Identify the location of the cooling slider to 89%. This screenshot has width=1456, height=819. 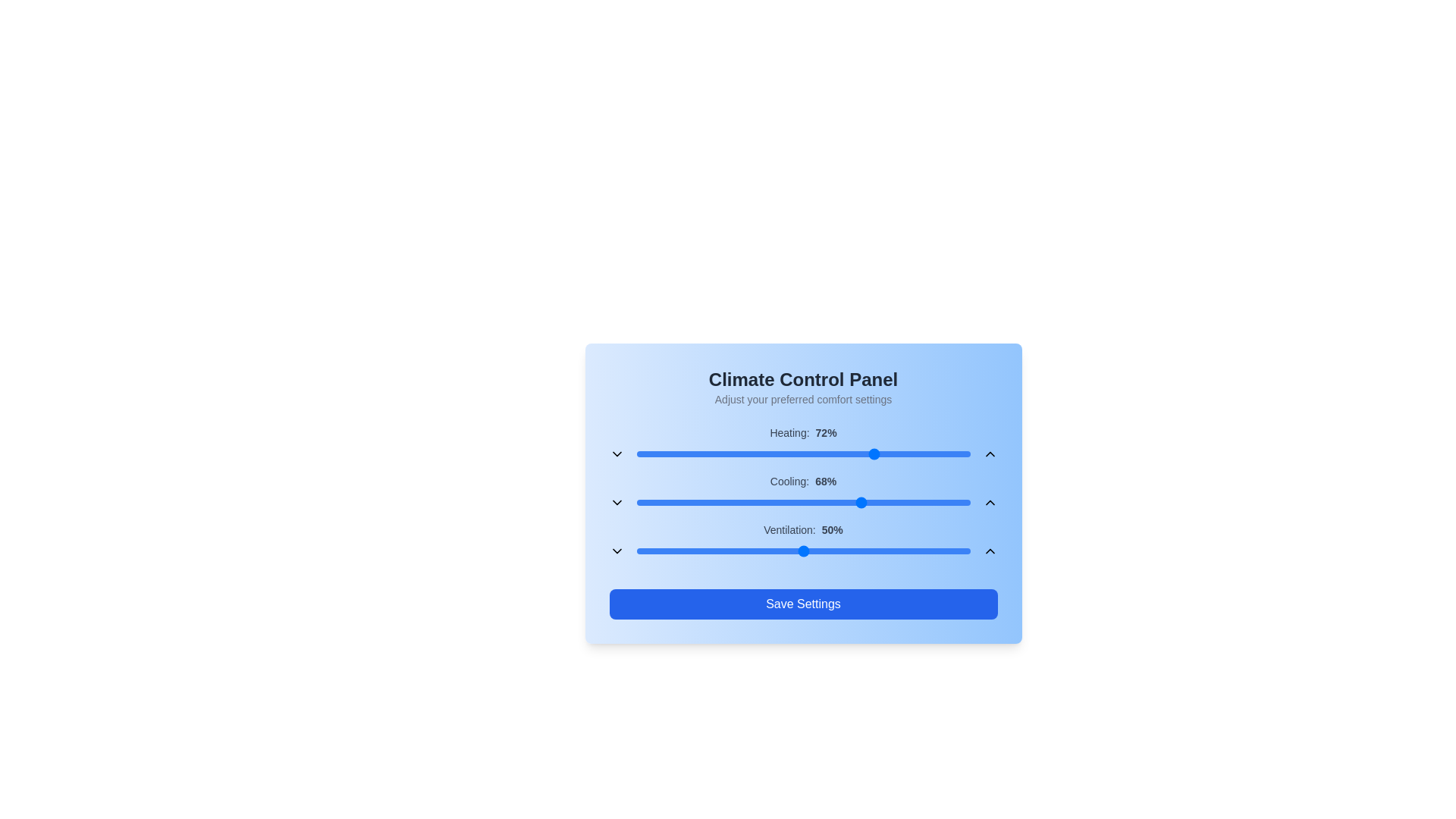
(933, 503).